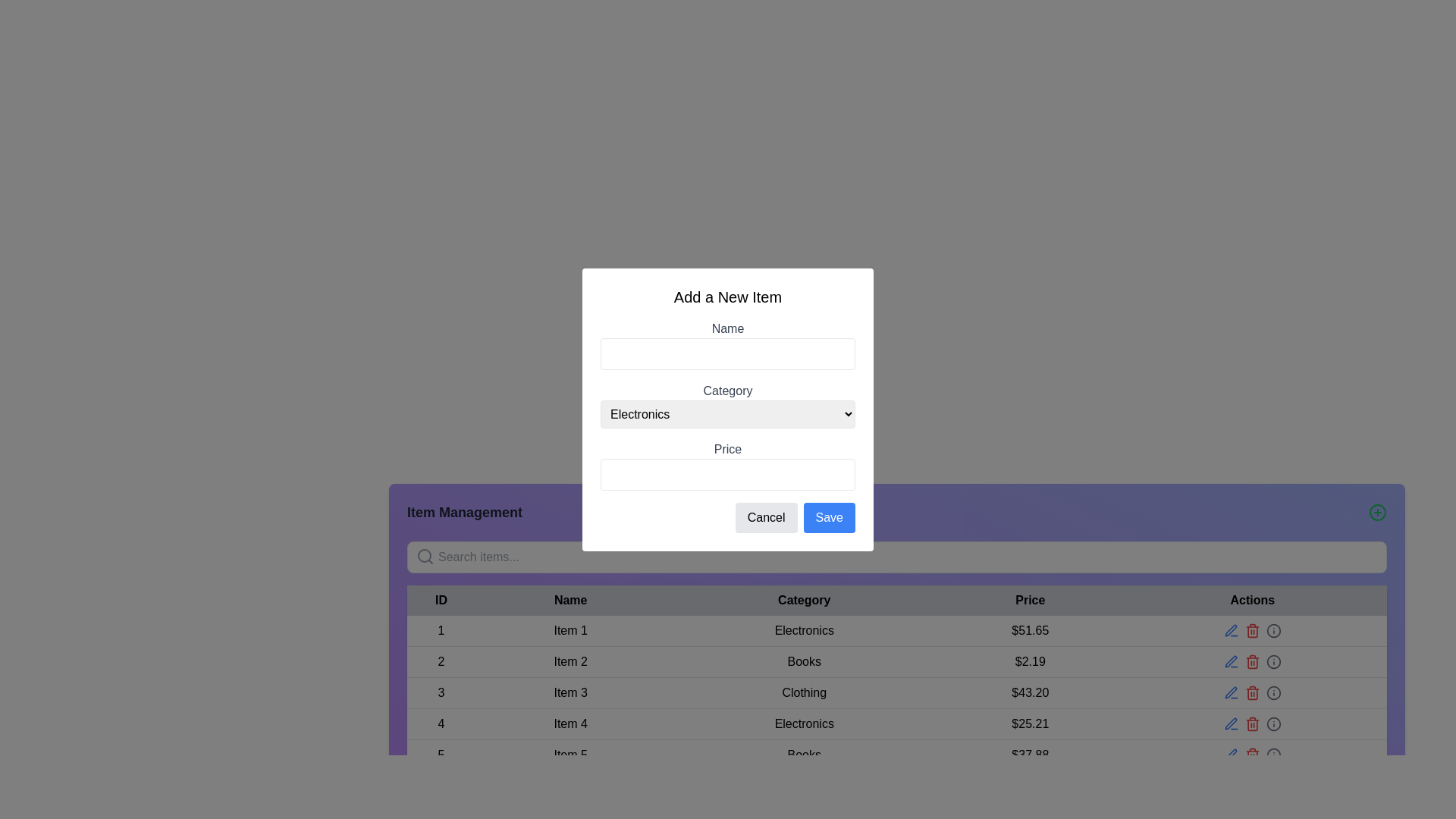 The image size is (1456, 819). I want to click on the decorative horizontal divider located at the bottom of the interface, which is centered beneath the table with action items and categories, so click(1252, 786).